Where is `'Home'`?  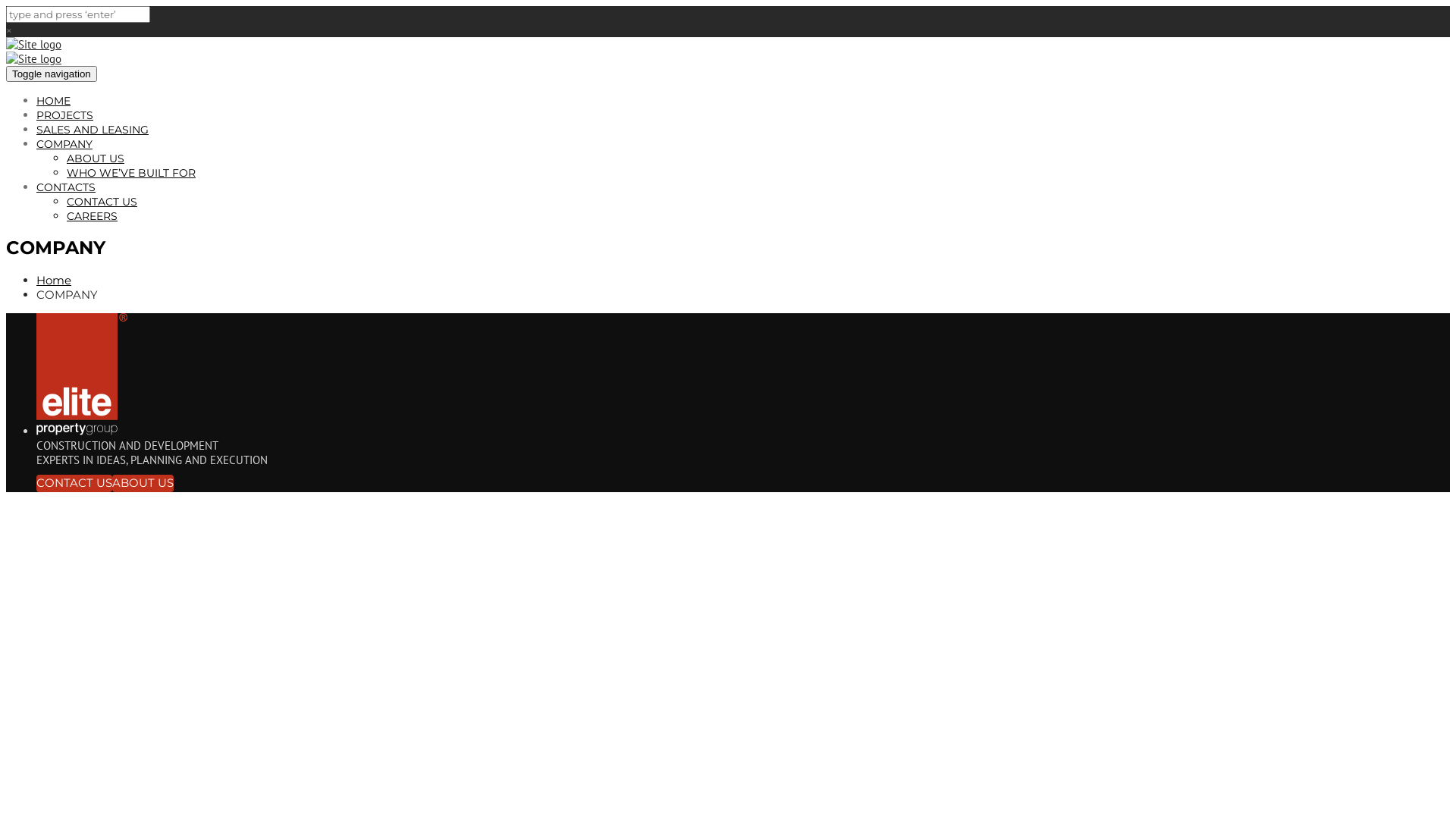
'Home' is located at coordinates (54, 280).